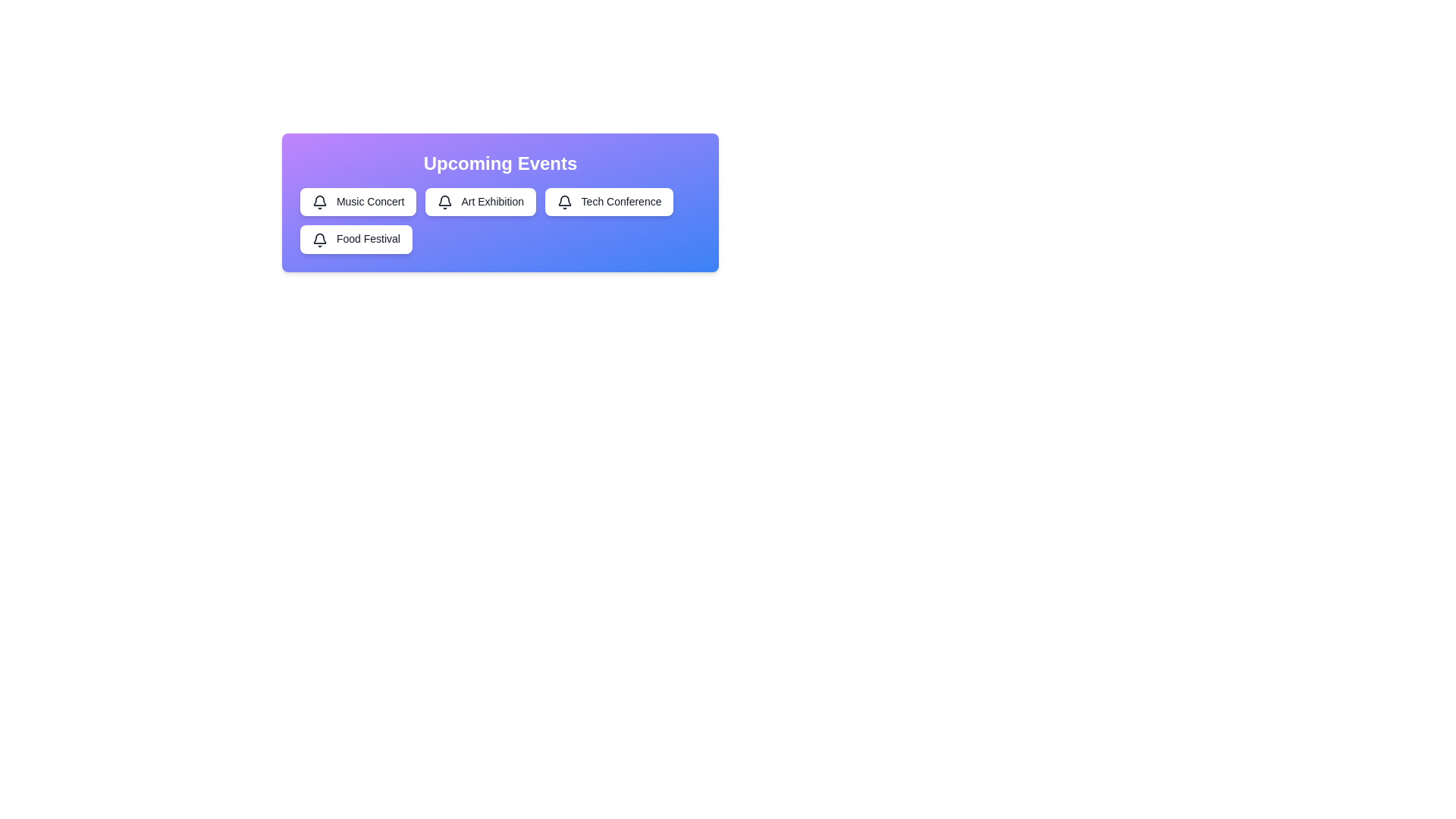 Image resolution: width=1456 pixels, height=819 pixels. What do you see at coordinates (609, 201) in the screenshot?
I see `the event Tech Conference by clicking its corresponding chip` at bounding box center [609, 201].